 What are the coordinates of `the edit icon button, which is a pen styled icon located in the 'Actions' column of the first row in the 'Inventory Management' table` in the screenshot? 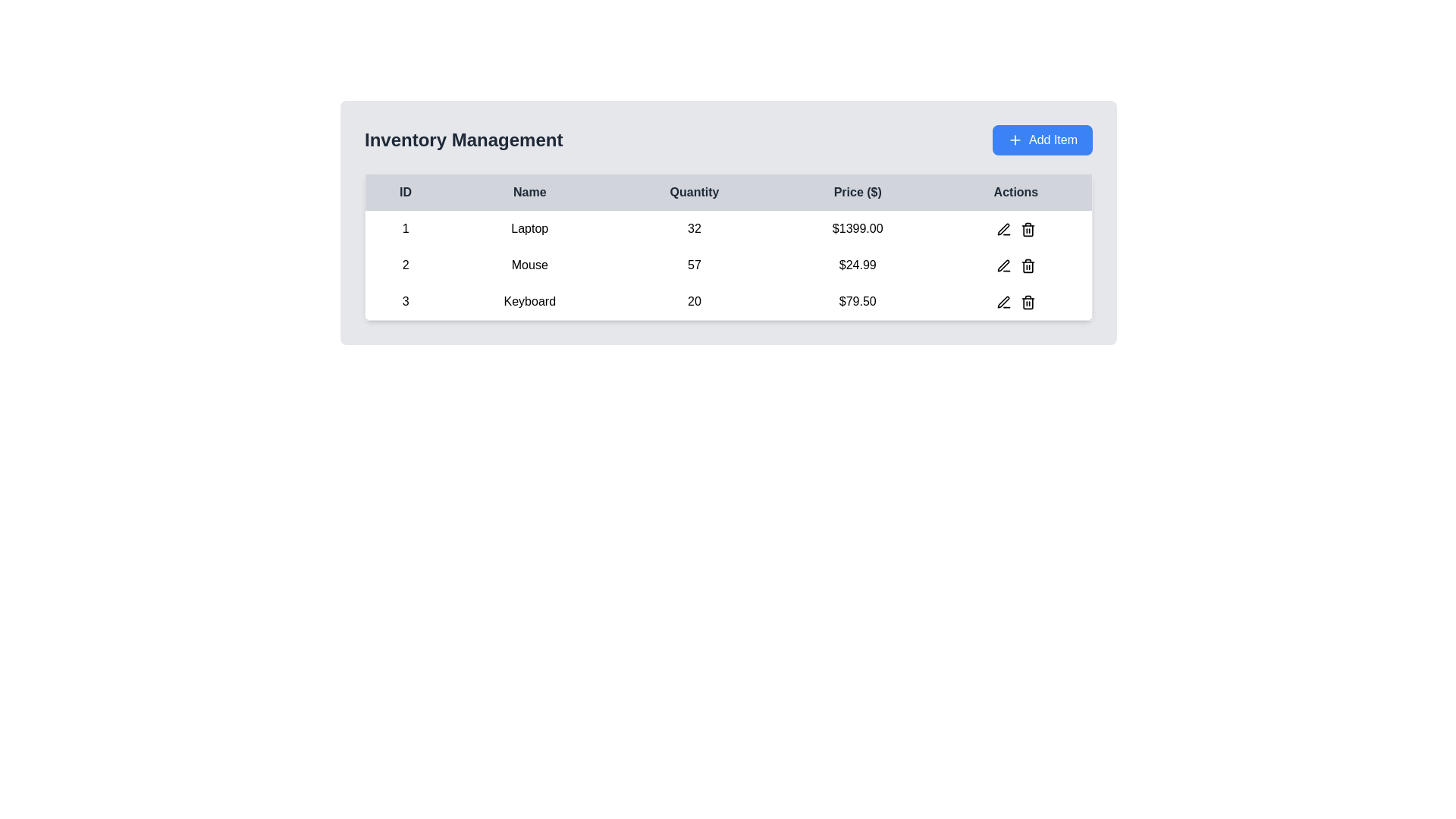 It's located at (1003, 229).